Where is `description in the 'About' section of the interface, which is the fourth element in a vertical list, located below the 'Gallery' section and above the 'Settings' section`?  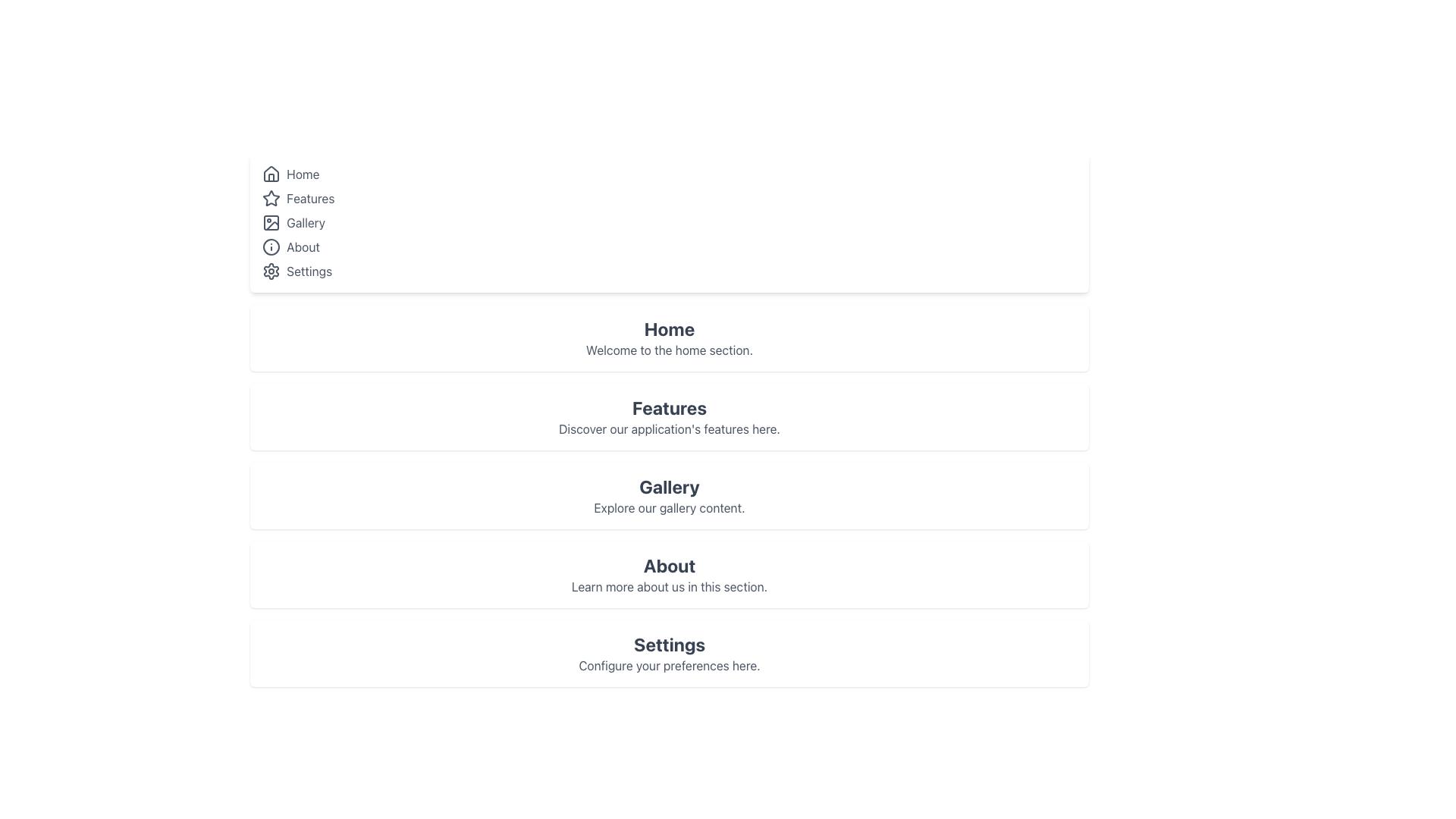
description in the 'About' section of the interface, which is the fourth element in a vertical list, located below the 'Gallery' section and above the 'Settings' section is located at coordinates (669, 575).